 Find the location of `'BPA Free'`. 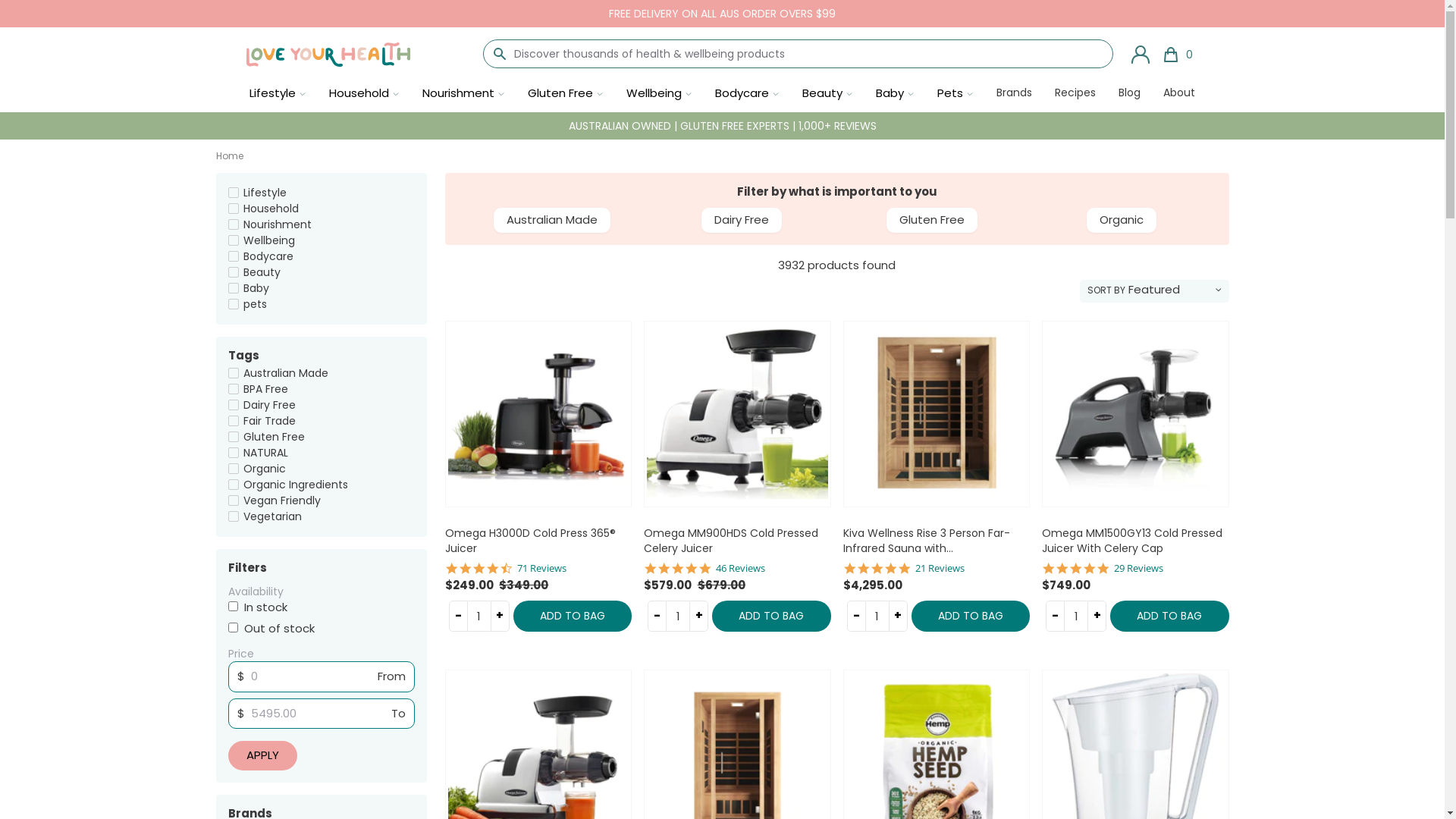

'BPA Free' is located at coordinates (243, 388).